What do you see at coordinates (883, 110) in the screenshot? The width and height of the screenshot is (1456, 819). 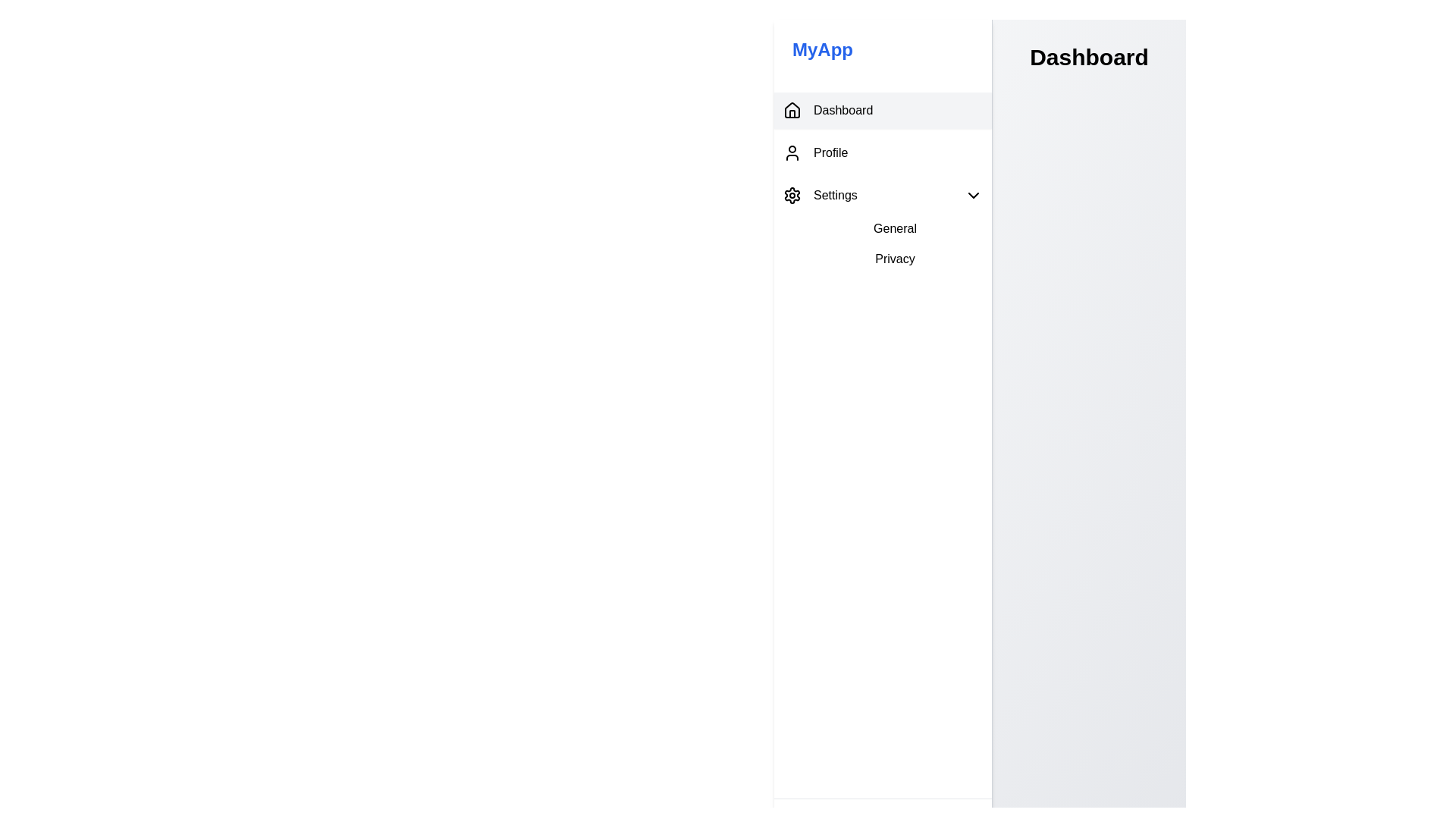 I see `the topmost navigation button labeled 'Dashboard' in the sidebar, located directly below 'MyApp'` at bounding box center [883, 110].